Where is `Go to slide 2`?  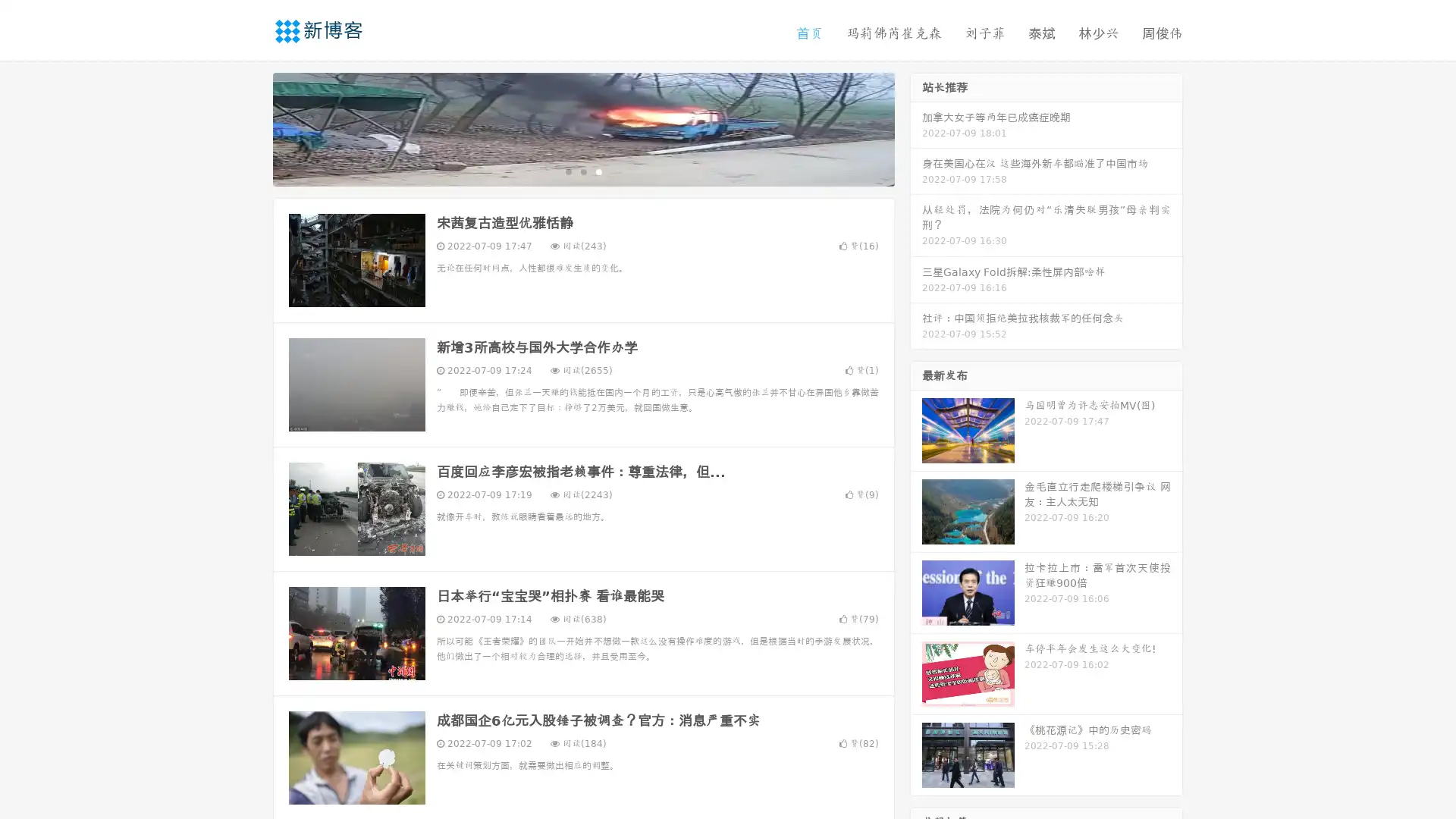 Go to slide 2 is located at coordinates (582, 171).